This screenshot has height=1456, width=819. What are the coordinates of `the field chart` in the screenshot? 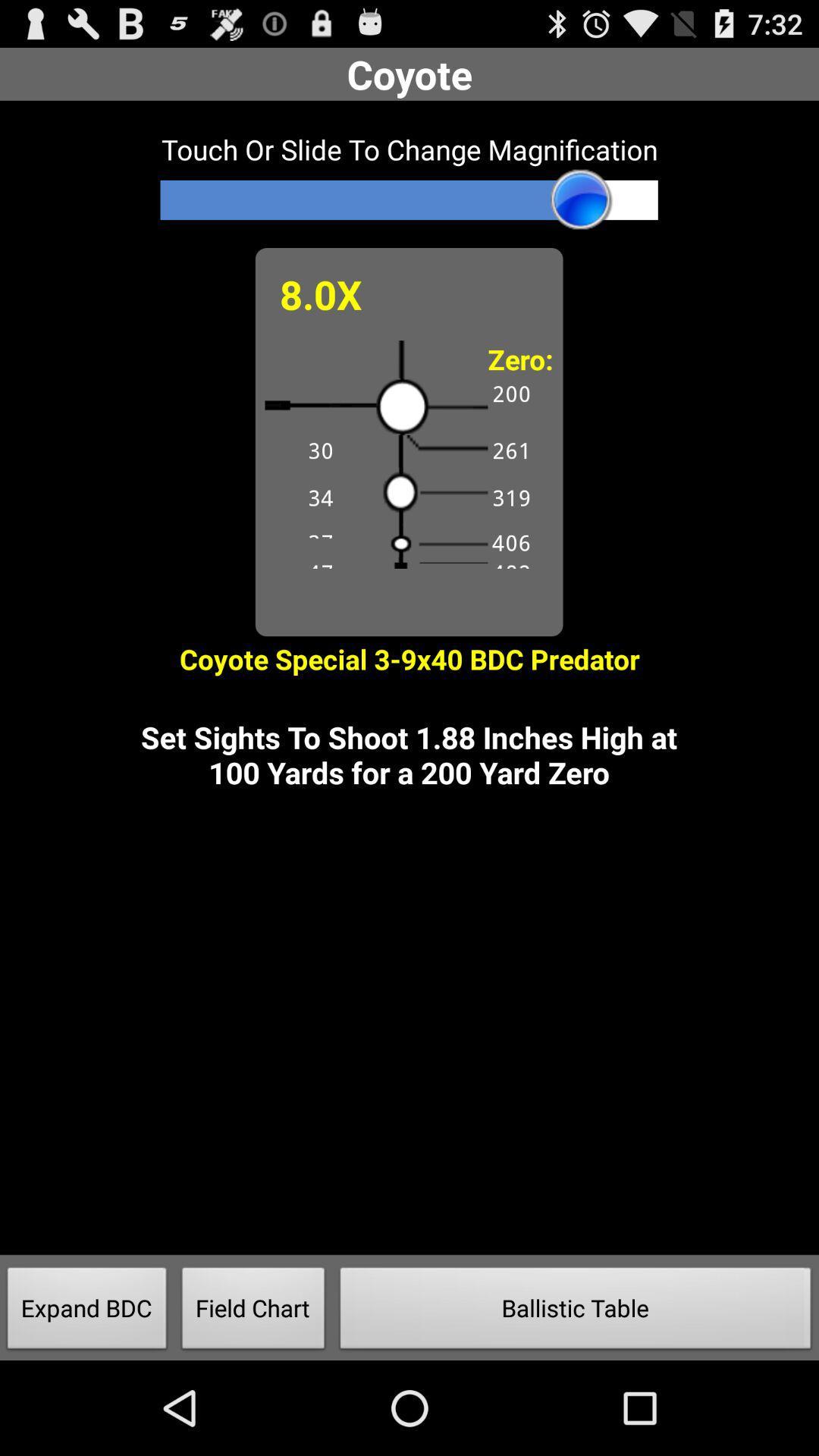 It's located at (253, 1312).